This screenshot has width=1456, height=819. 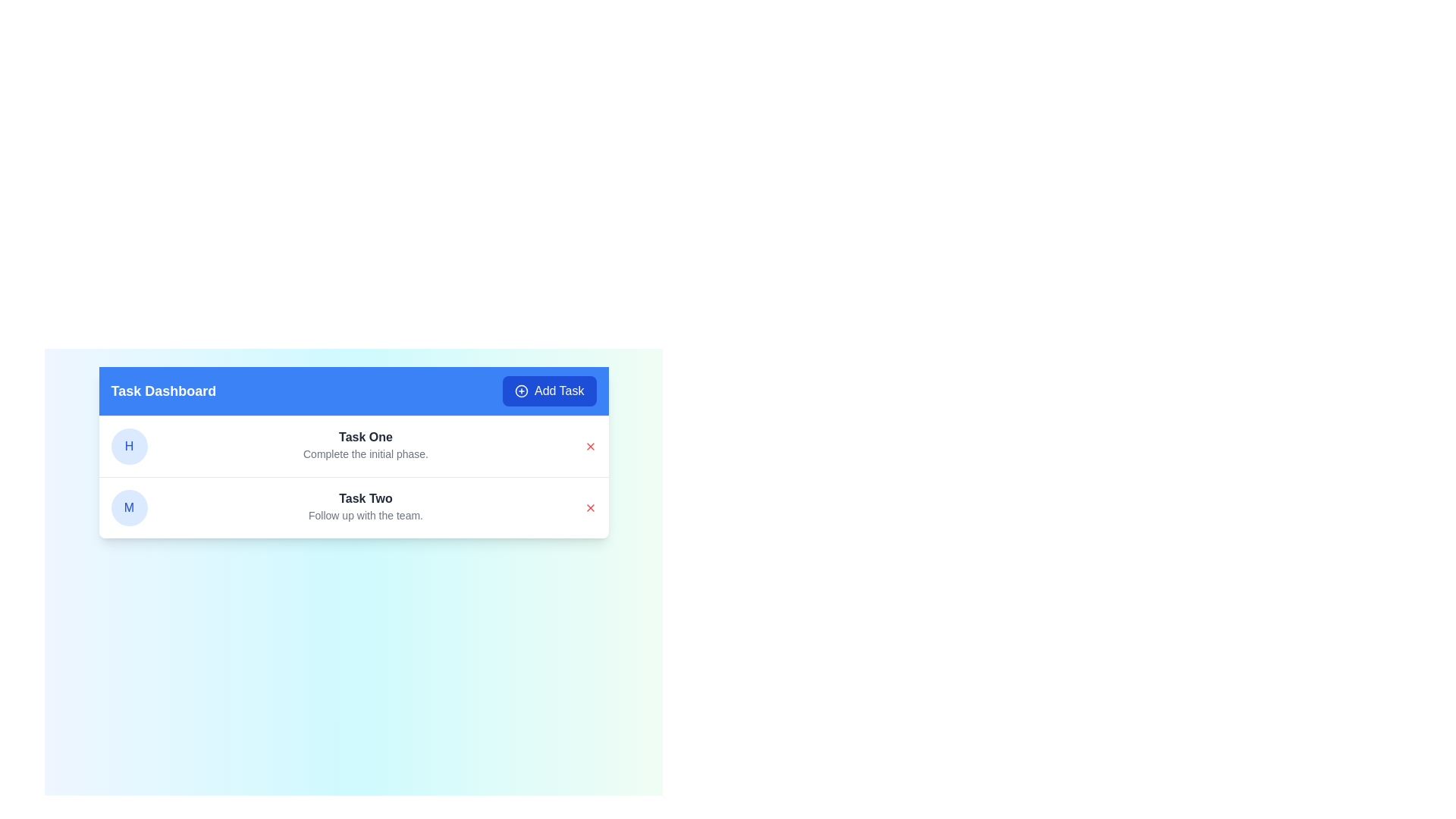 What do you see at coordinates (548, 391) in the screenshot?
I see `the button located in the upper-right corner of the 'Task Dashboard' header` at bounding box center [548, 391].